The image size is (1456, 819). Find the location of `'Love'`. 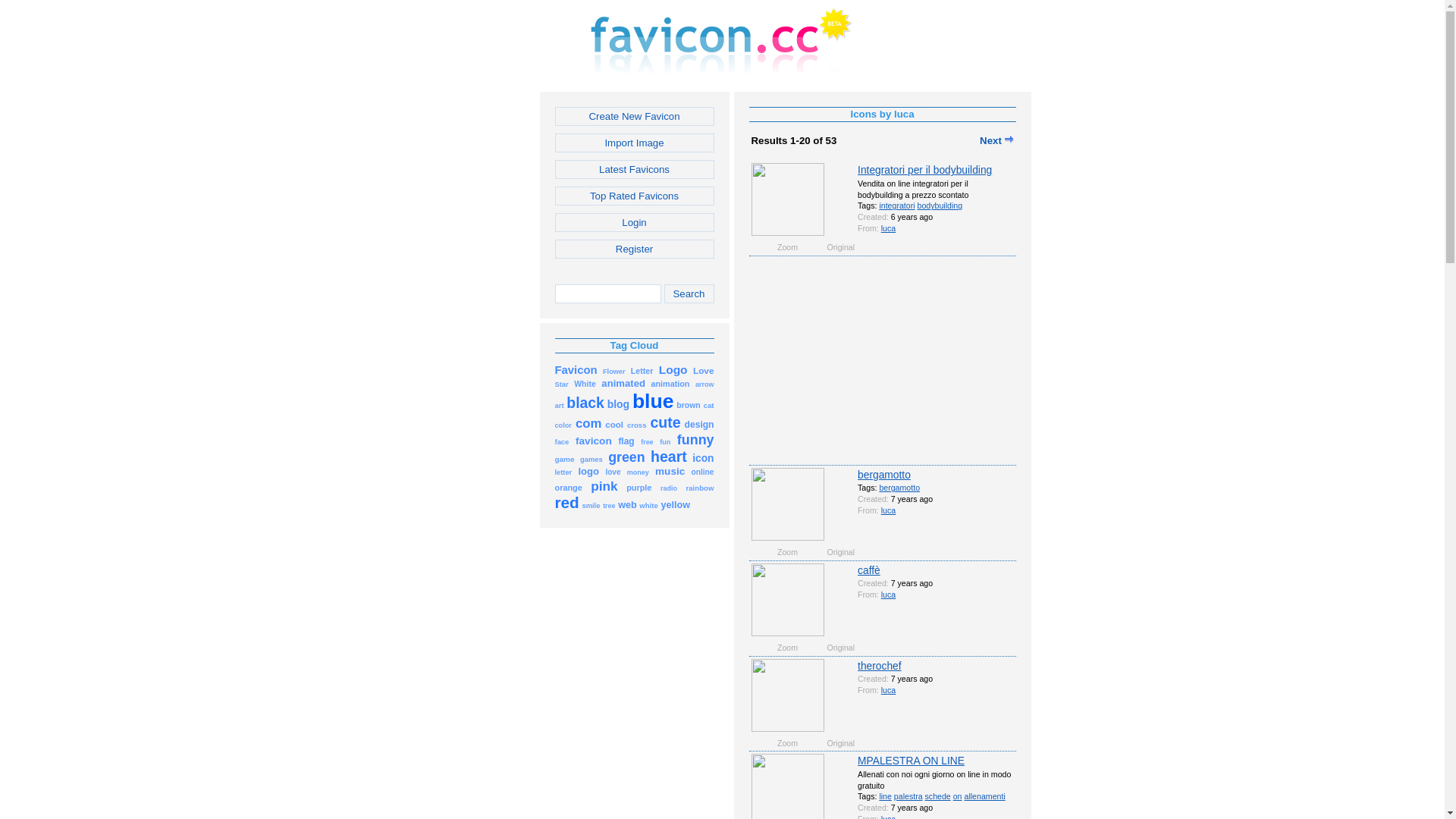

'Love' is located at coordinates (692, 370).